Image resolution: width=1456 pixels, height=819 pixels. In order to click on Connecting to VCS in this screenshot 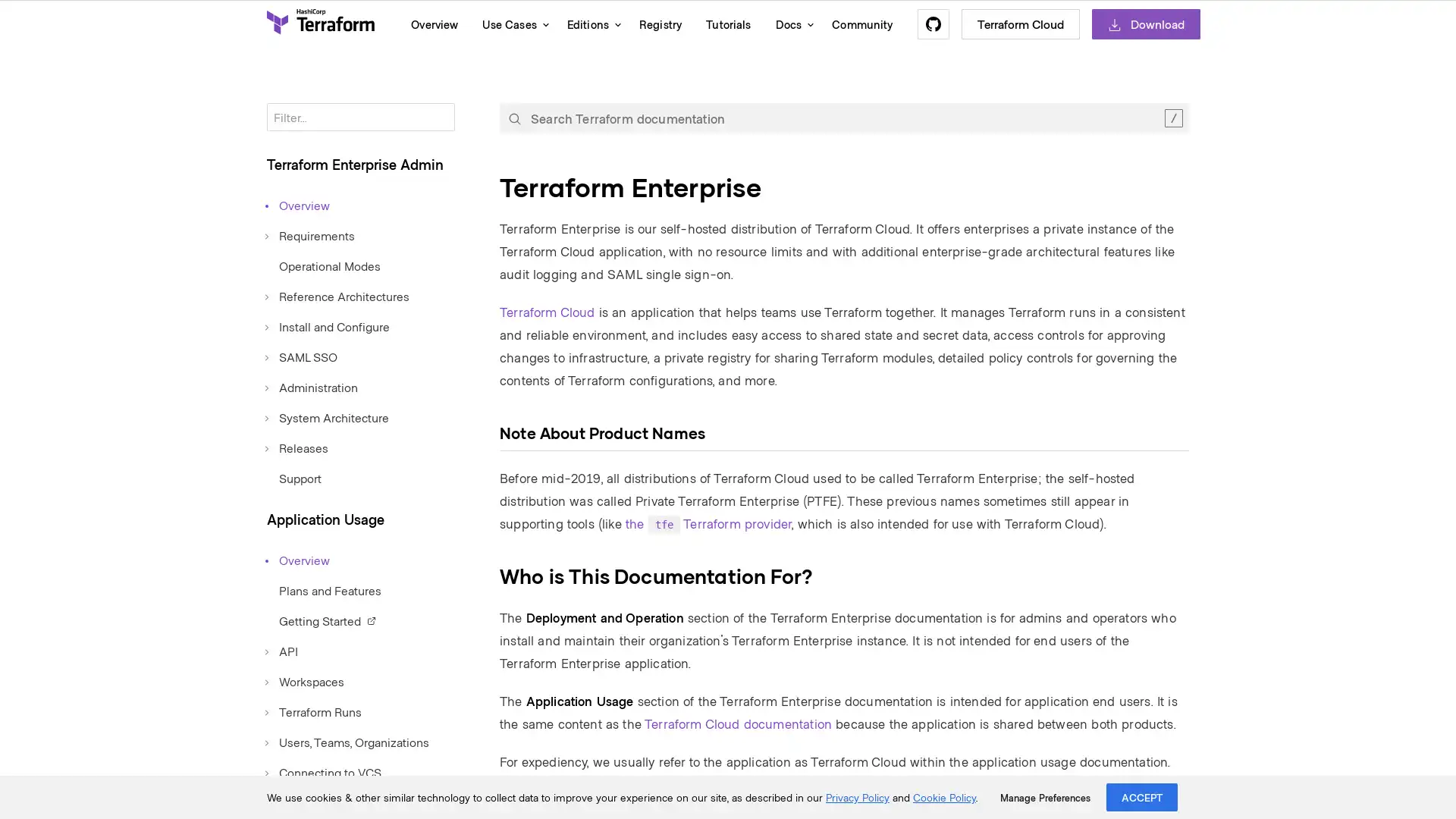, I will do `click(323, 772)`.